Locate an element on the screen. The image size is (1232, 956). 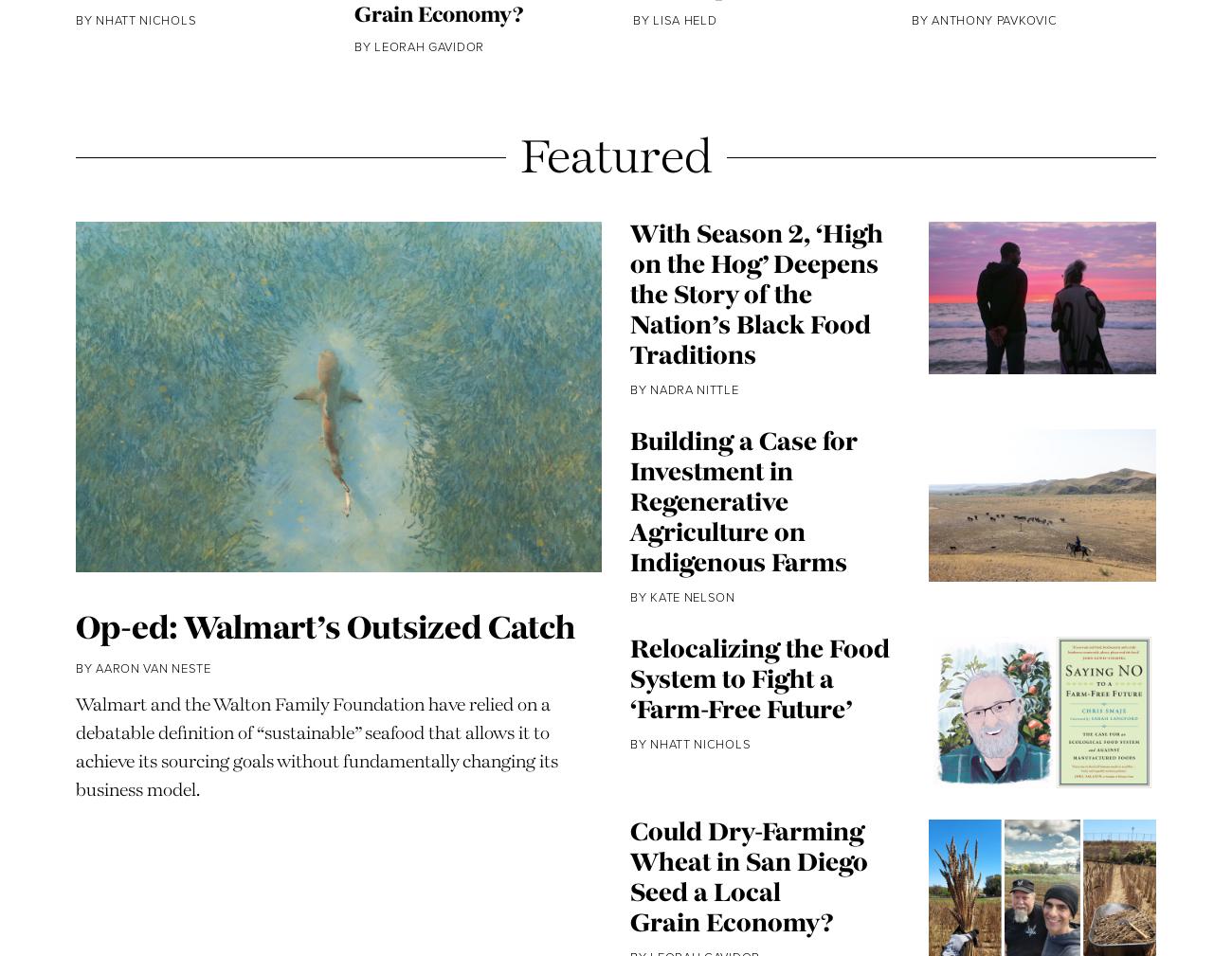
'Featured' is located at coordinates (517, 216).